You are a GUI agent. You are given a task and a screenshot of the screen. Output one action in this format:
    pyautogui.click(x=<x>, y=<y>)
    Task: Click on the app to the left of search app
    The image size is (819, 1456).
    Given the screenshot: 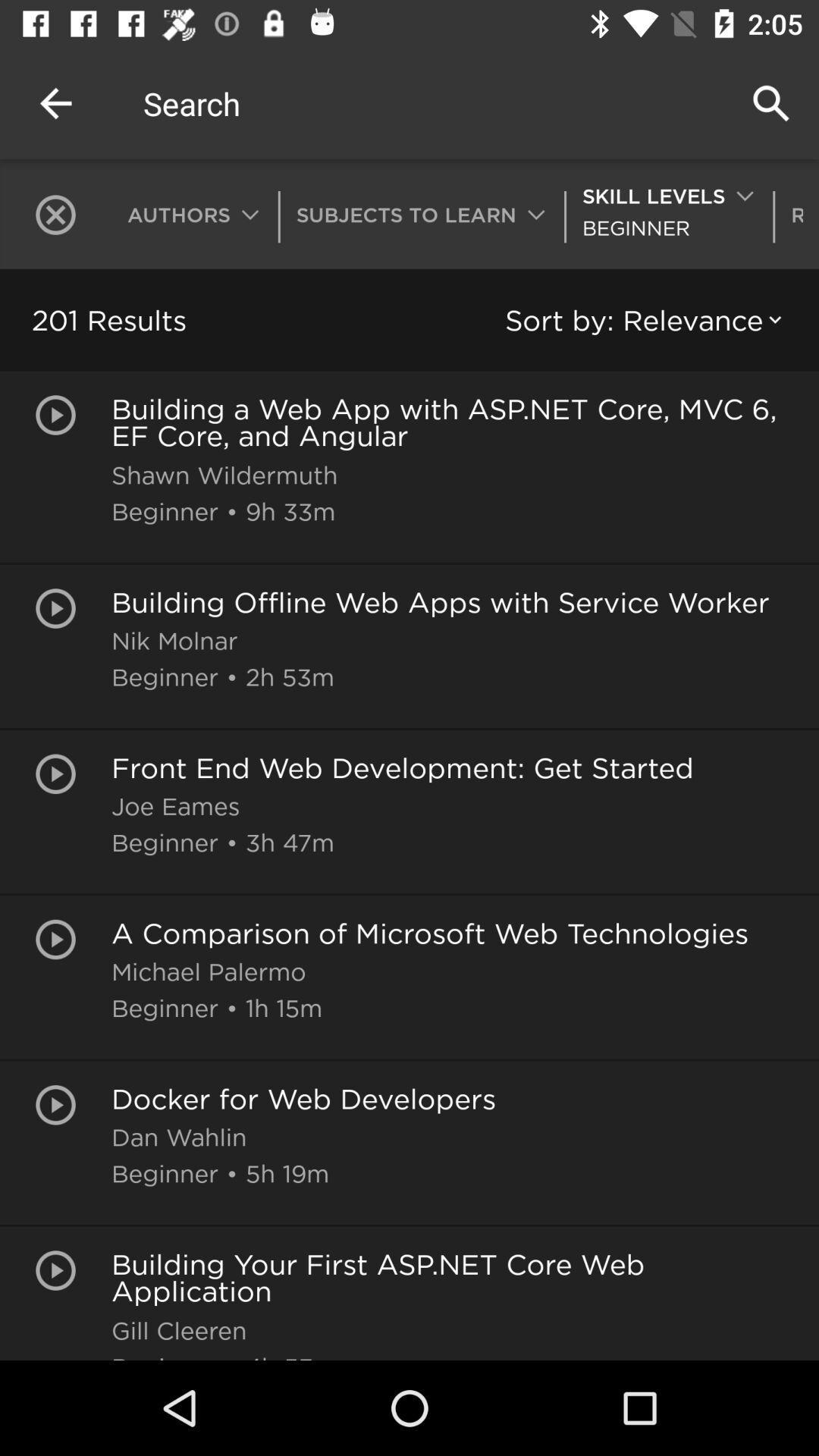 What is the action you would take?
    pyautogui.click(x=55, y=102)
    